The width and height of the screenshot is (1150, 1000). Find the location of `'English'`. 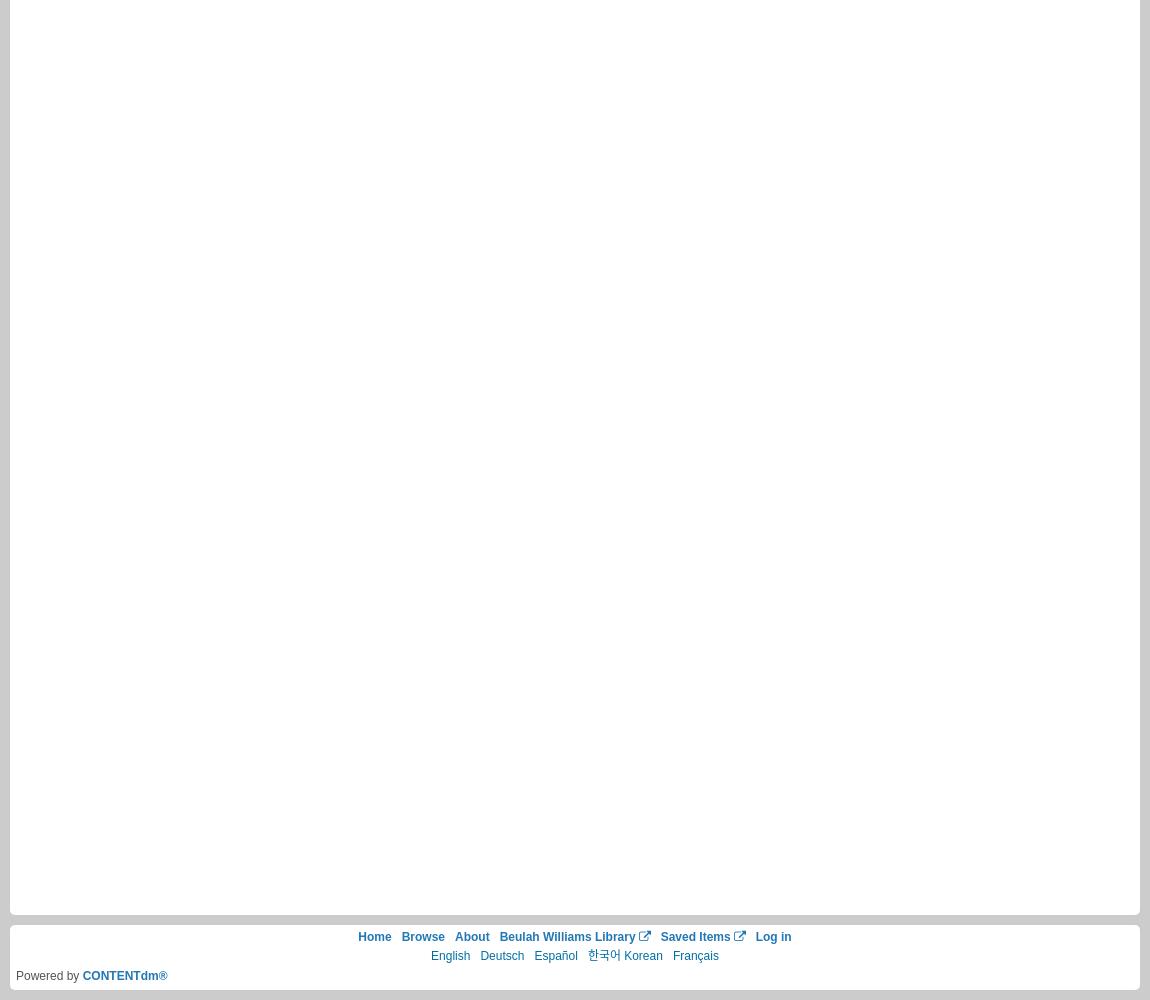

'English' is located at coordinates (450, 955).